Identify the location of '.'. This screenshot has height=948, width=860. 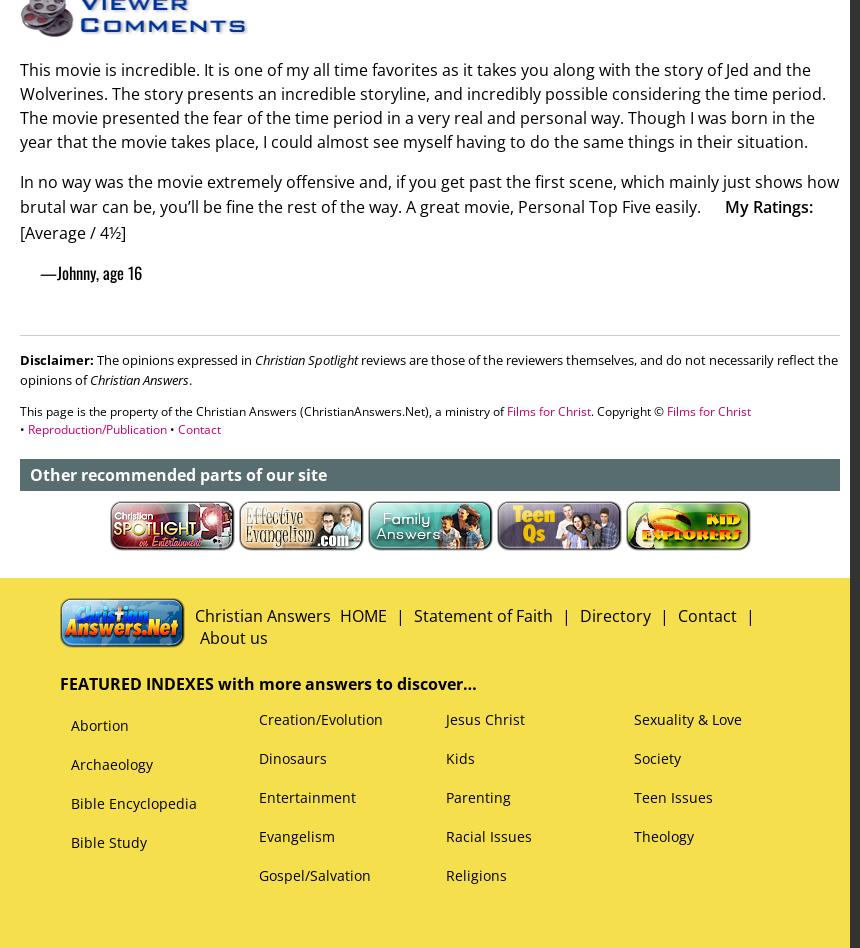
(189, 378).